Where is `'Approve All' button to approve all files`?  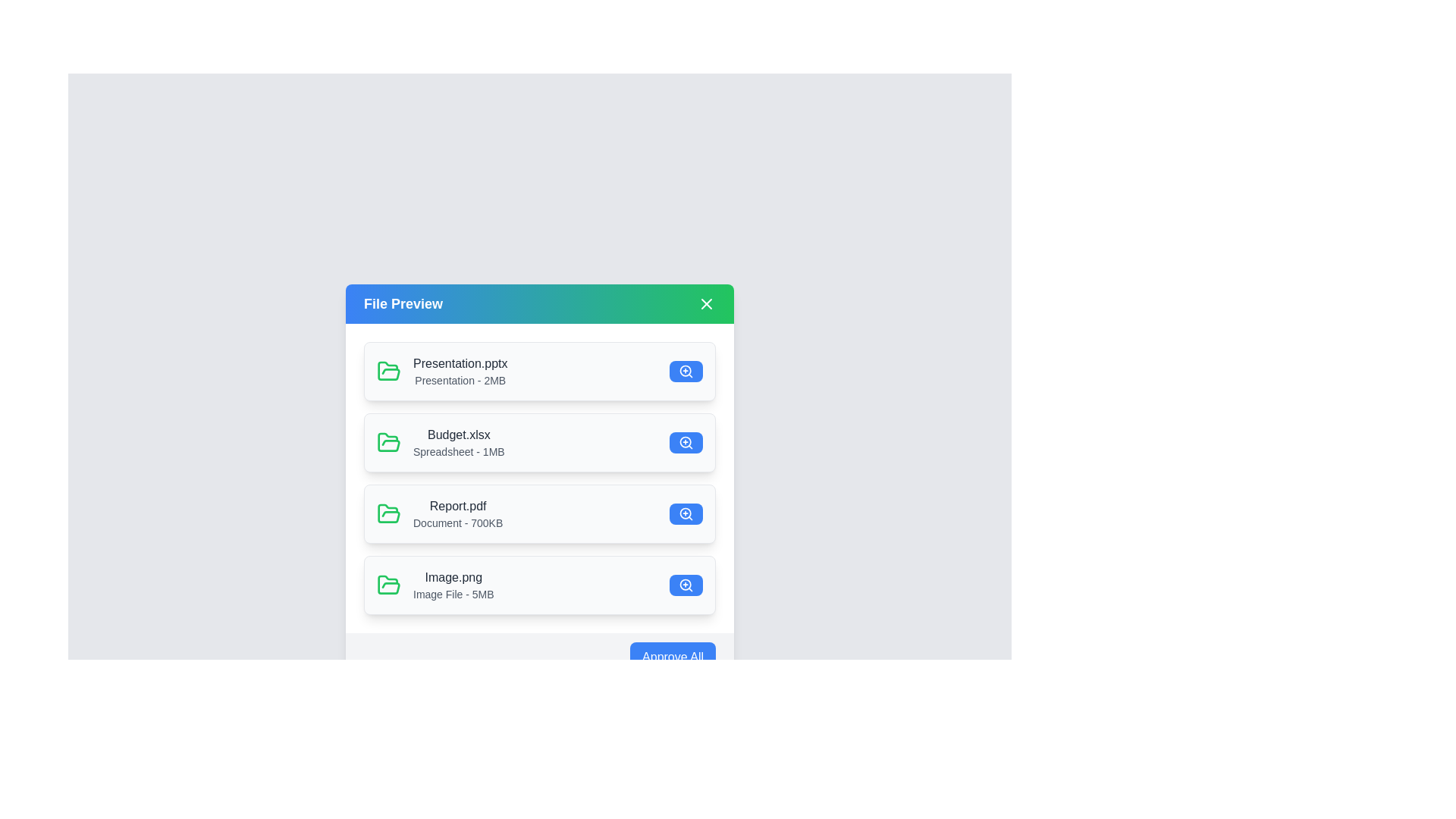
'Approve All' button to approve all files is located at coordinates (672, 657).